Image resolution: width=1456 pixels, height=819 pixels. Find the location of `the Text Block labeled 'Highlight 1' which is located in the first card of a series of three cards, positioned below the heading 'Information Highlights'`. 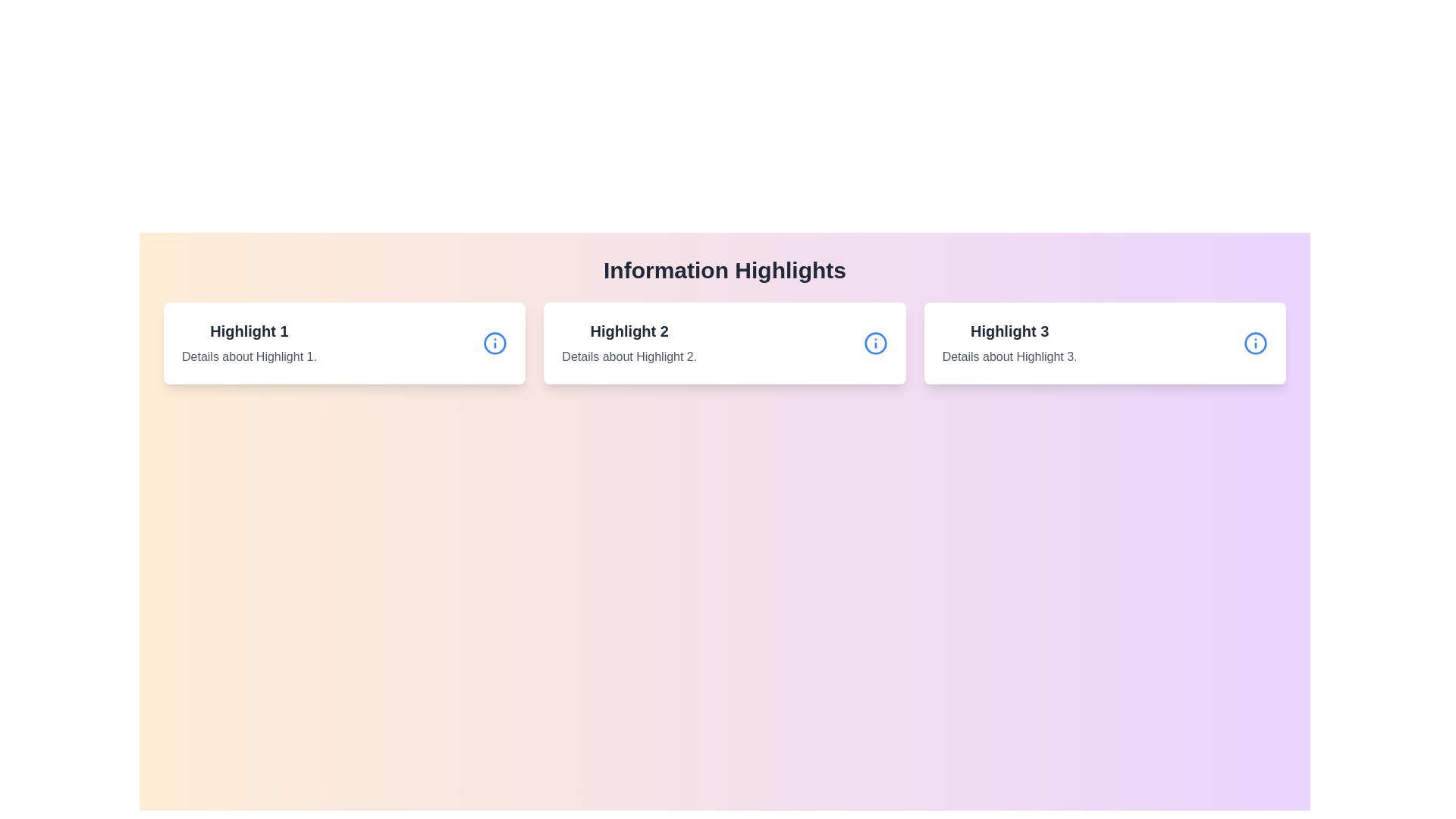

the Text Block labeled 'Highlight 1' which is located in the first card of a series of three cards, positioned below the heading 'Information Highlights' is located at coordinates (249, 343).